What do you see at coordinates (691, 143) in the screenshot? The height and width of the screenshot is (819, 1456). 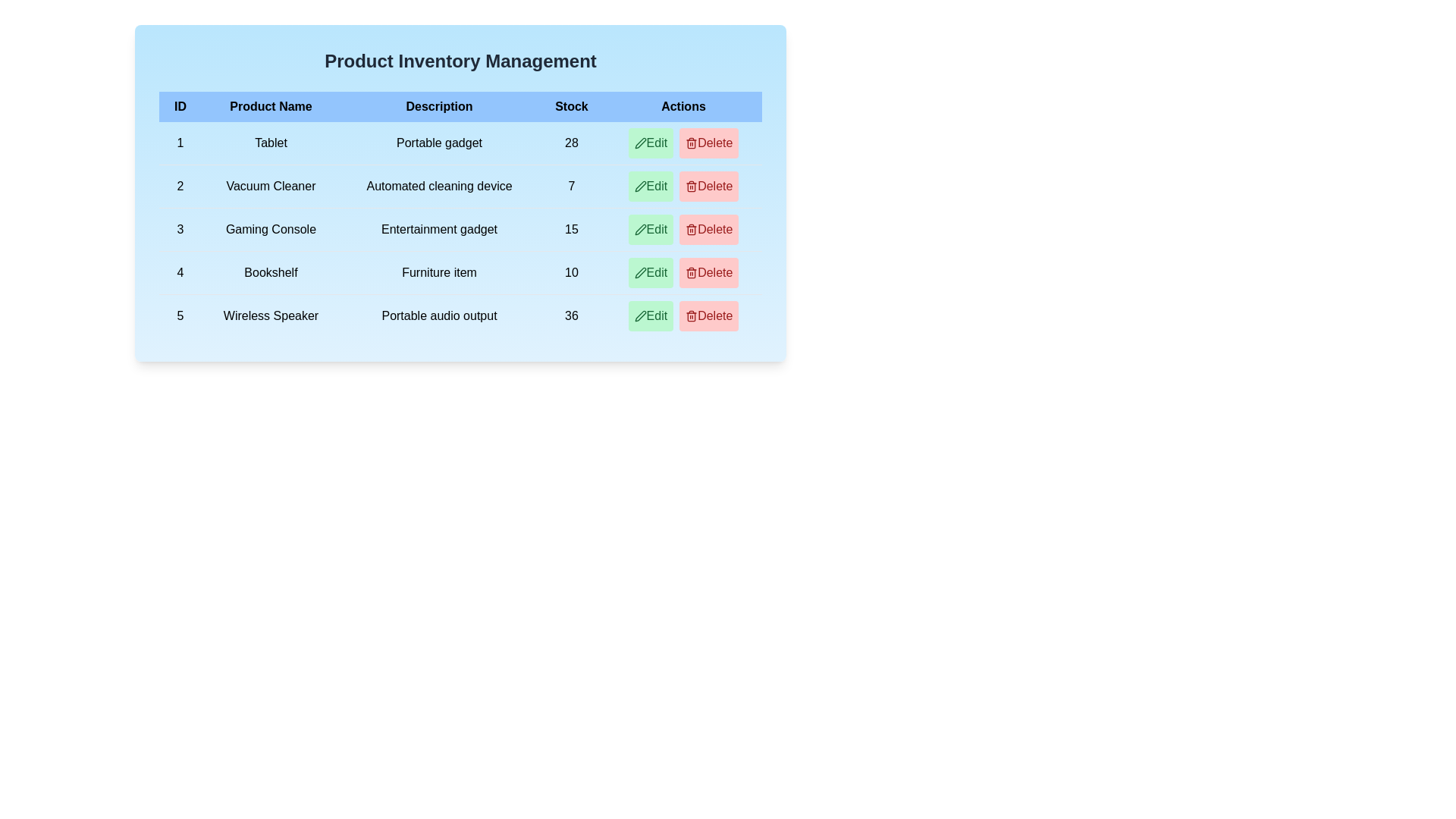 I see `the red trash can icon inside the 'Delete' button in the second row of the product inventory table` at bounding box center [691, 143].